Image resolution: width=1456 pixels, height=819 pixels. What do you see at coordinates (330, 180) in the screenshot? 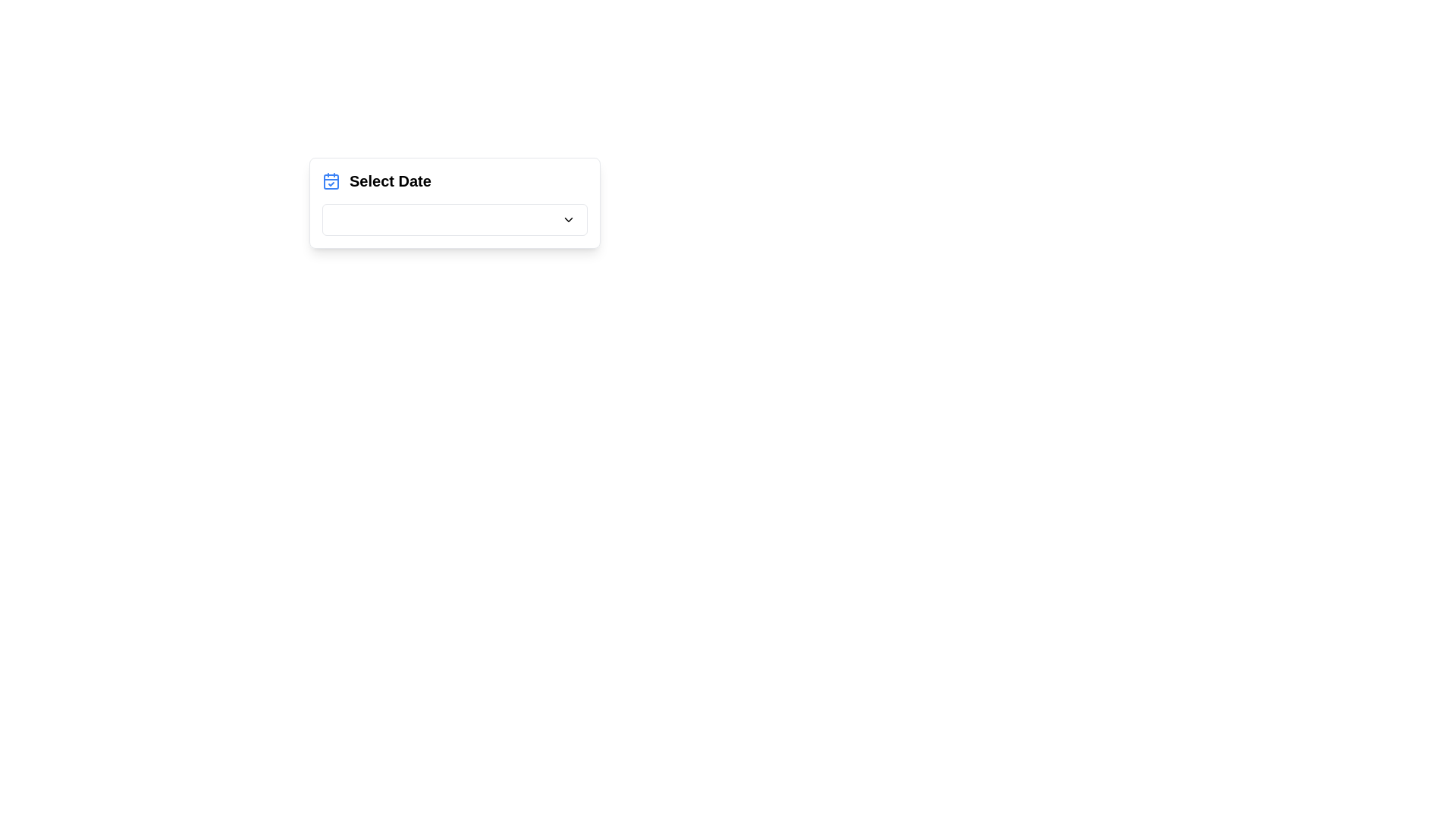
I see `the decorative calendar icon located to the left of the 'Select Date' label` at bounding box center [330, 180].